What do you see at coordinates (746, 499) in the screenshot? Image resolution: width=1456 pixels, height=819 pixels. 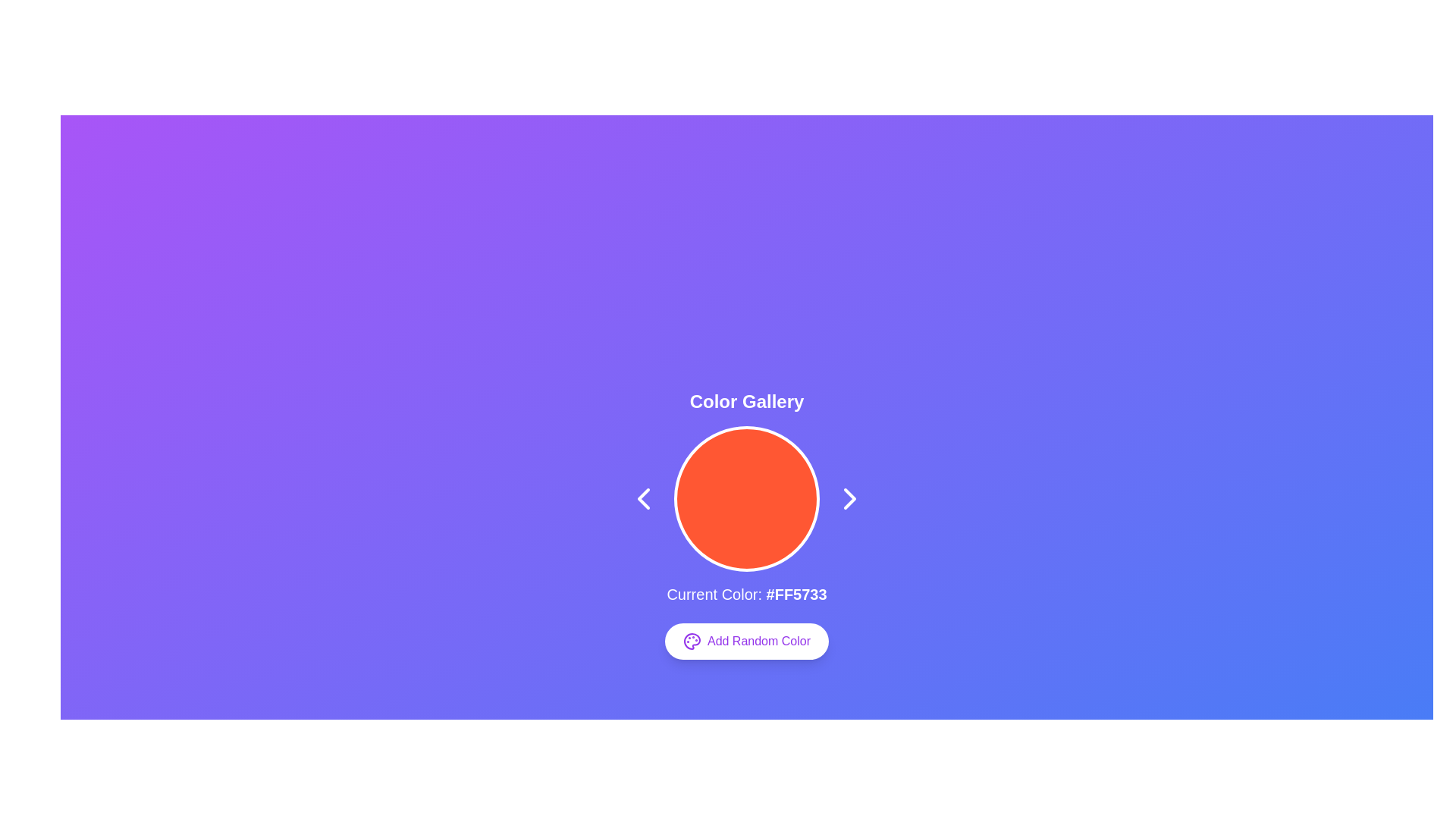 I see `the color of the primary circular graphic element with a reddish-orange fill and white rim, located in the Color Gallery interface` at bounding box center [746, 499].